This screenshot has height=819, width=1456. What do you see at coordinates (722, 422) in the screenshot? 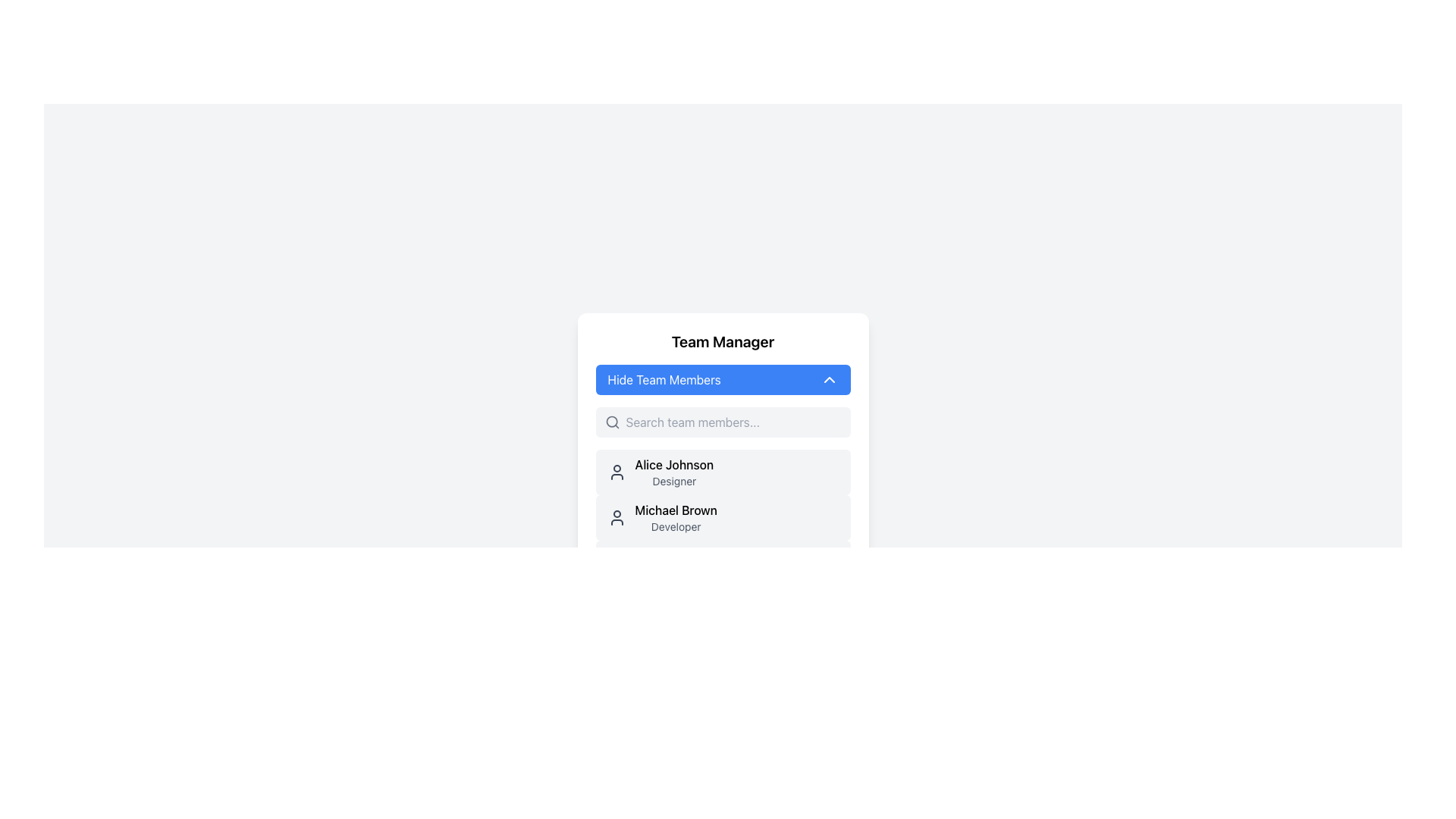
I see `the text input field located below the 'Hide Team Members' button in the 'Team Manager' section to filter the team members list` at bounding box center [722, 422].